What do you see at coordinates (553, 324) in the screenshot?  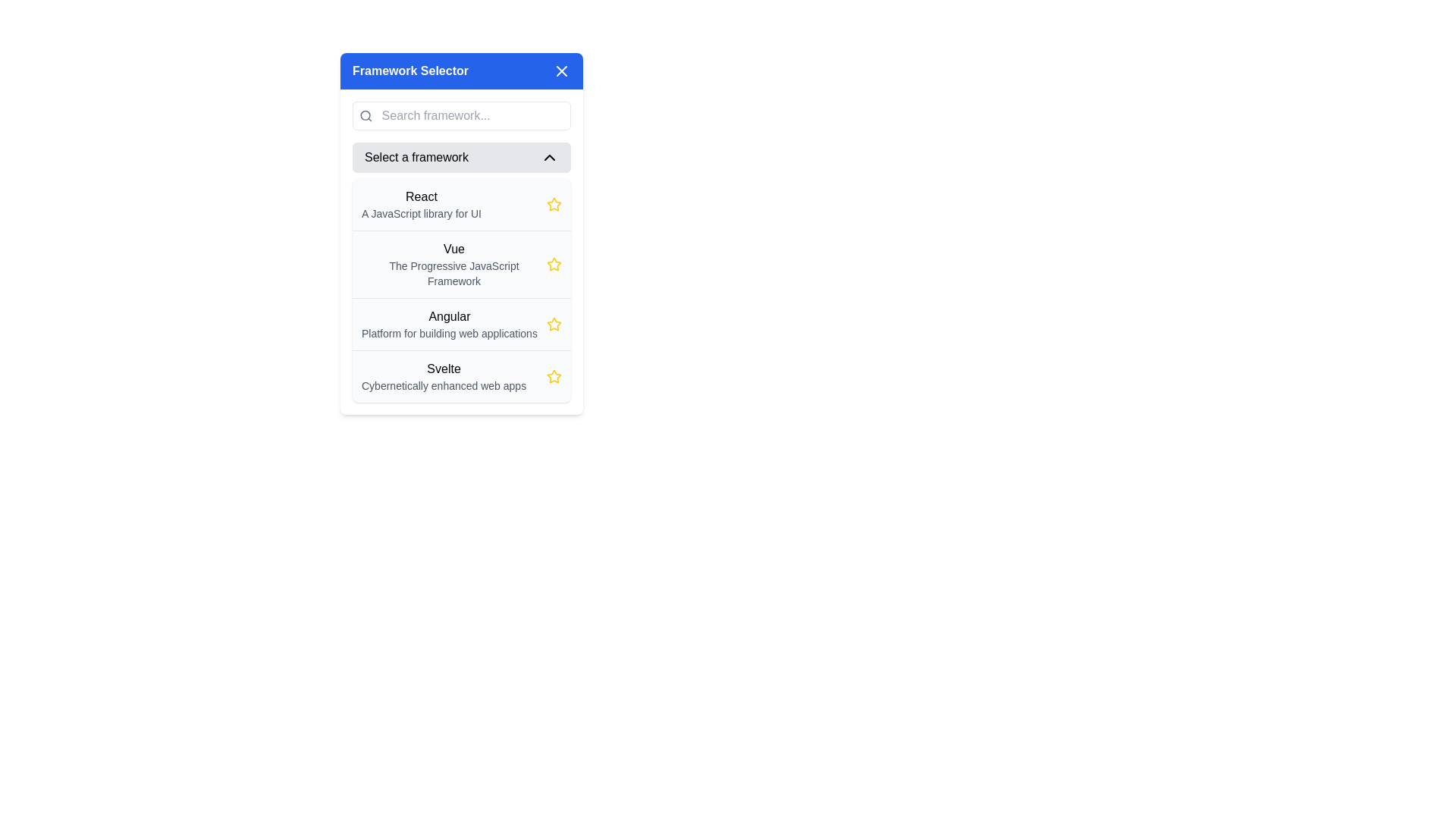 I see `the fourth star icon in the 'Framework Selector' list` at bounding box center [553, 324].